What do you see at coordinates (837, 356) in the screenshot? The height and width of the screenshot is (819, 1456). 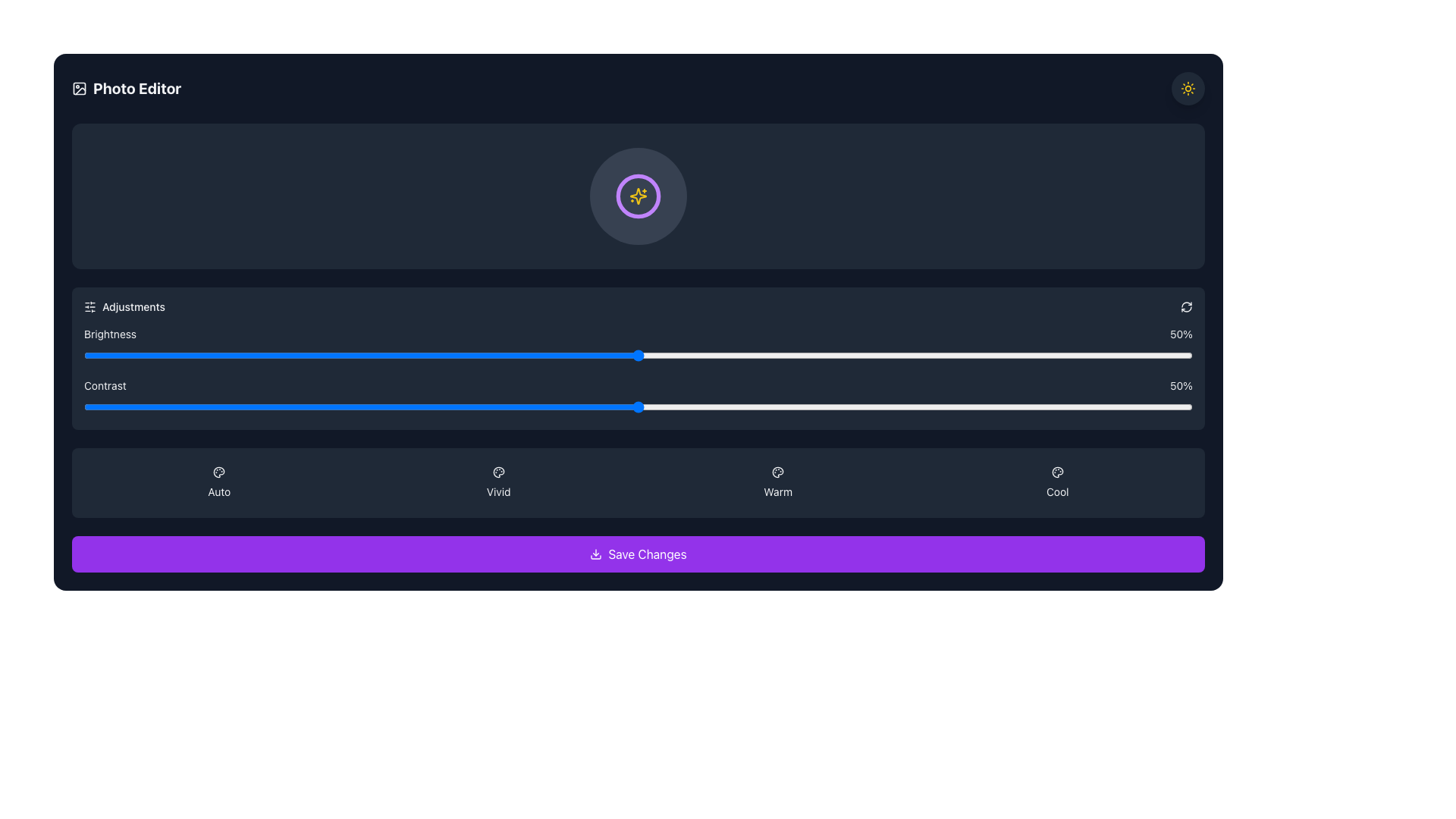 I see `brightness` at bounding box center [837, 356].